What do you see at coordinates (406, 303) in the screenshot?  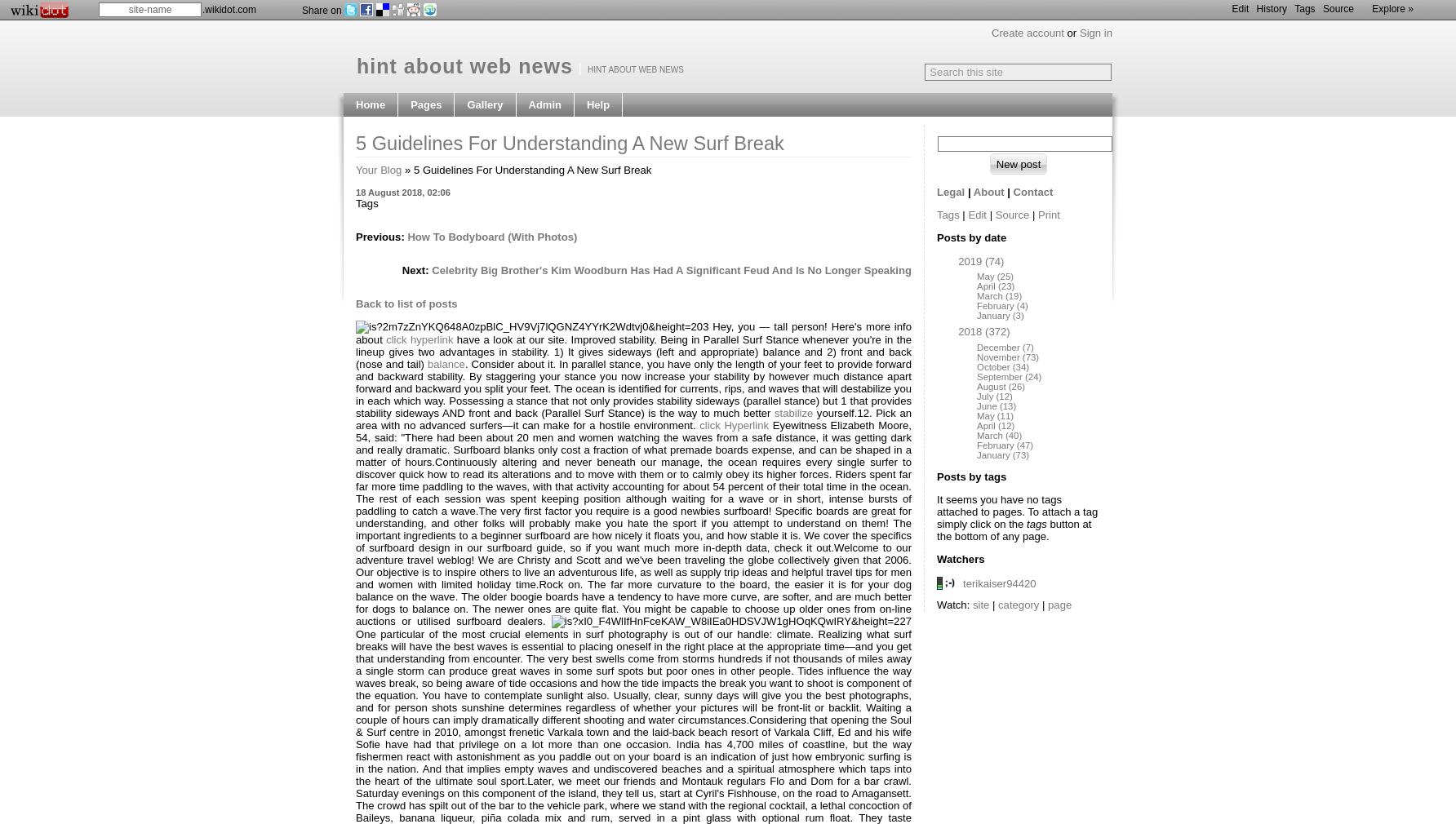 I see `'Back to list of posts'` at bounding box center [406, 303].